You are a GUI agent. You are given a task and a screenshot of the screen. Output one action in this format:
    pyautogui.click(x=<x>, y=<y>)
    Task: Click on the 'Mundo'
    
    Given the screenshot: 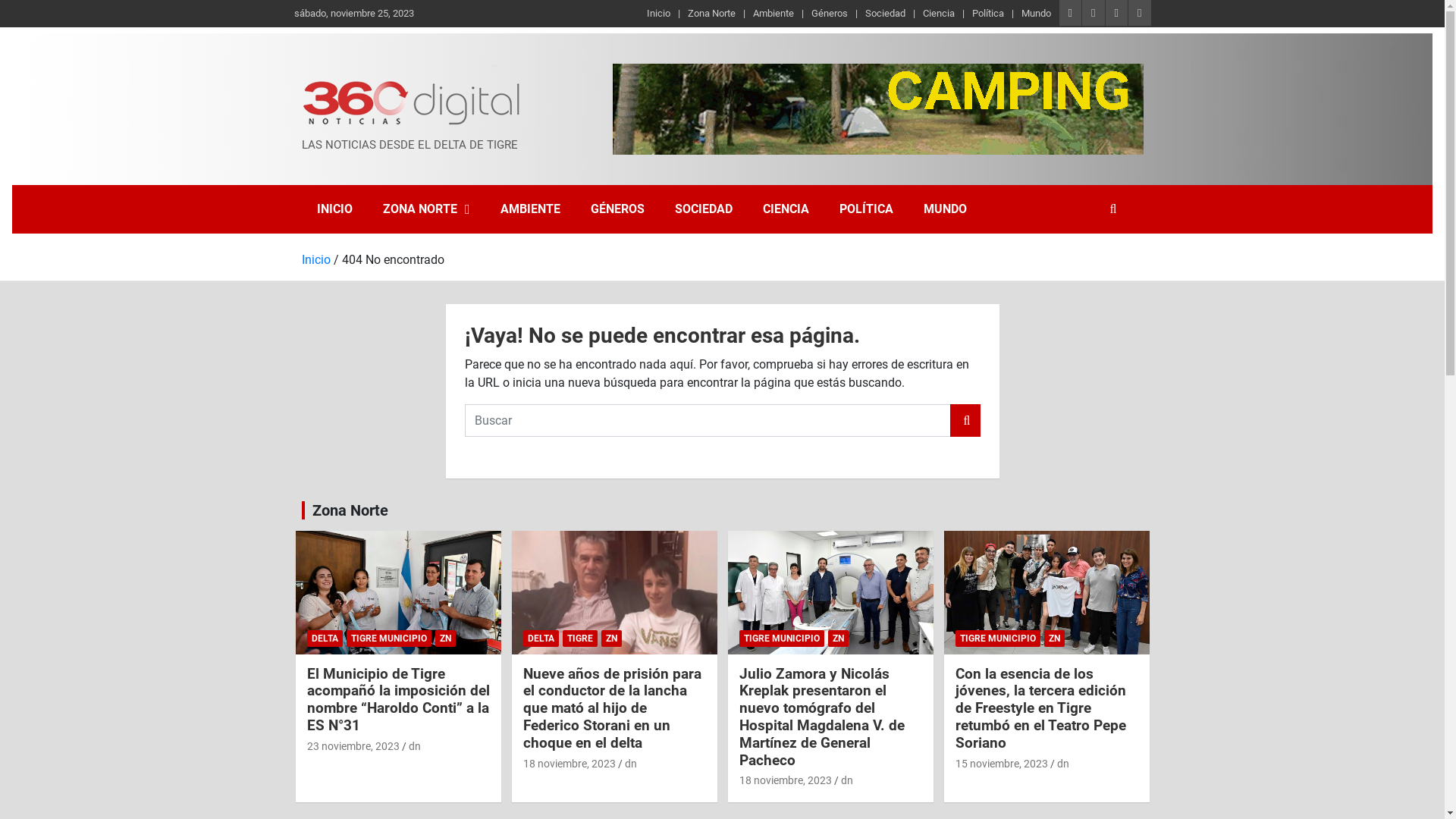 What is the action you would take?
    pyautogui.click(x=1035, y=14)
    